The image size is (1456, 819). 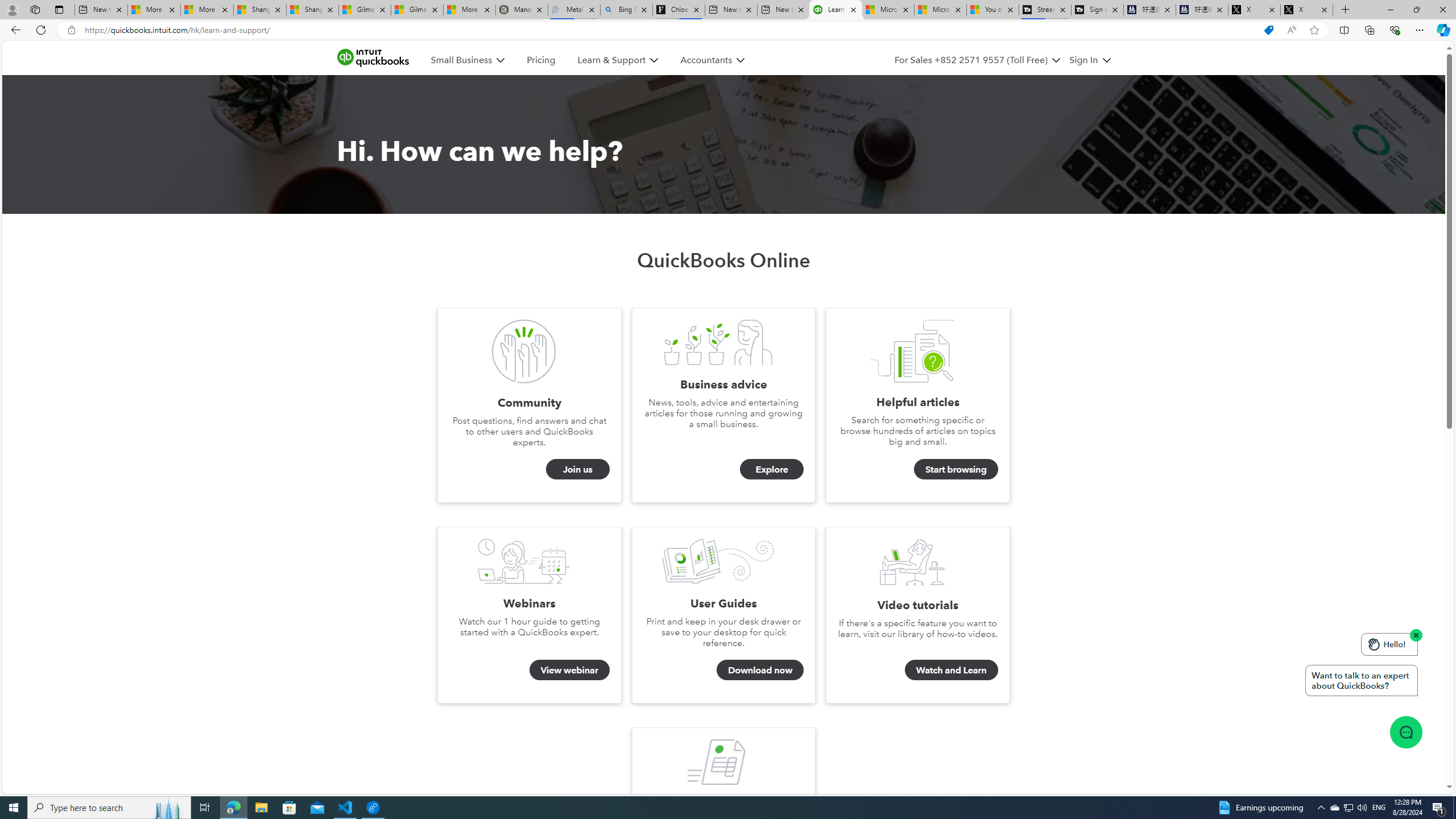 I want to click on 'Chloe Sorvino', so click(x=679, y=9).